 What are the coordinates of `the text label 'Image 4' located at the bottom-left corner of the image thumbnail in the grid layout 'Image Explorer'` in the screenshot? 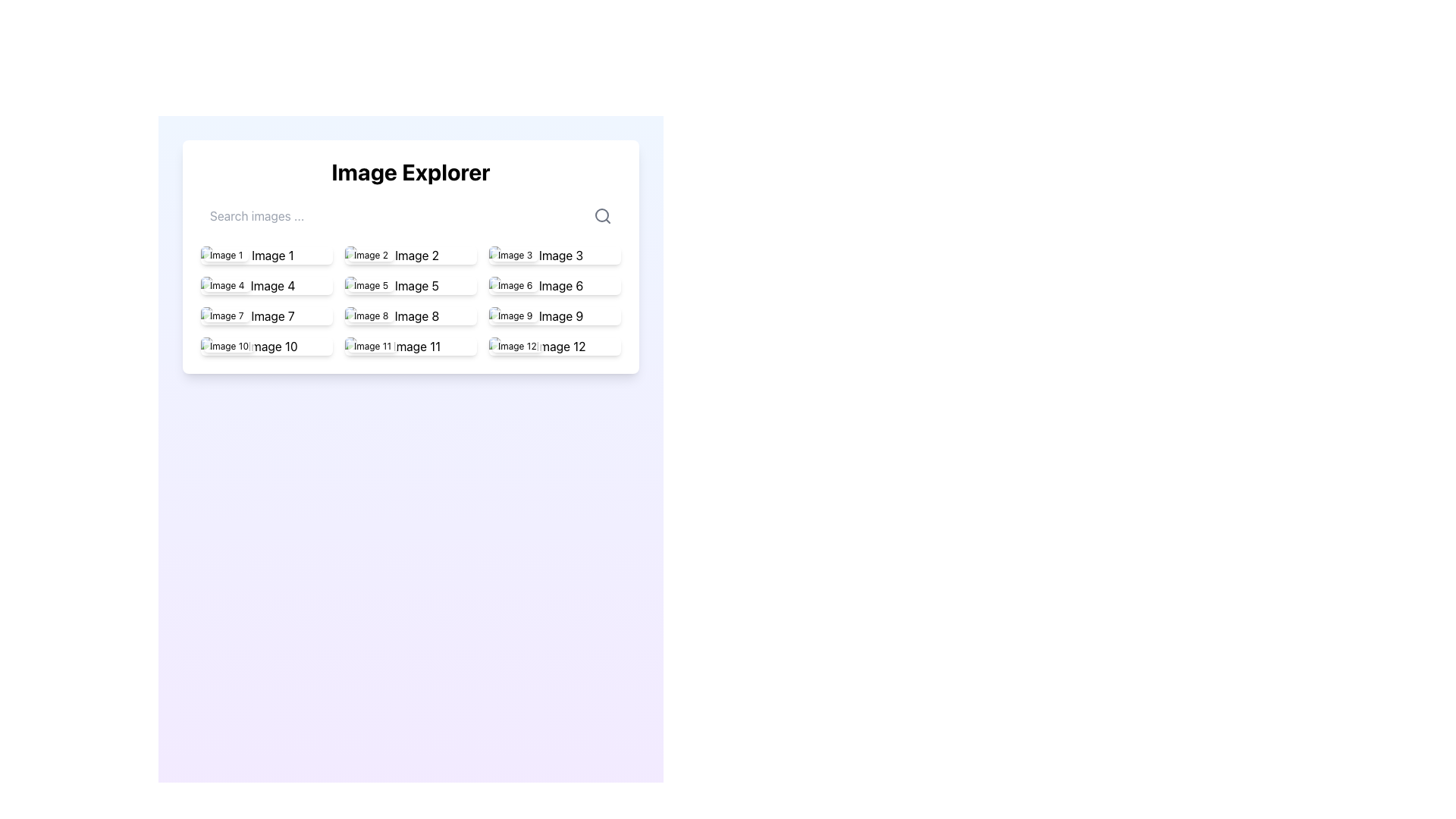 It's located at (226, 286).